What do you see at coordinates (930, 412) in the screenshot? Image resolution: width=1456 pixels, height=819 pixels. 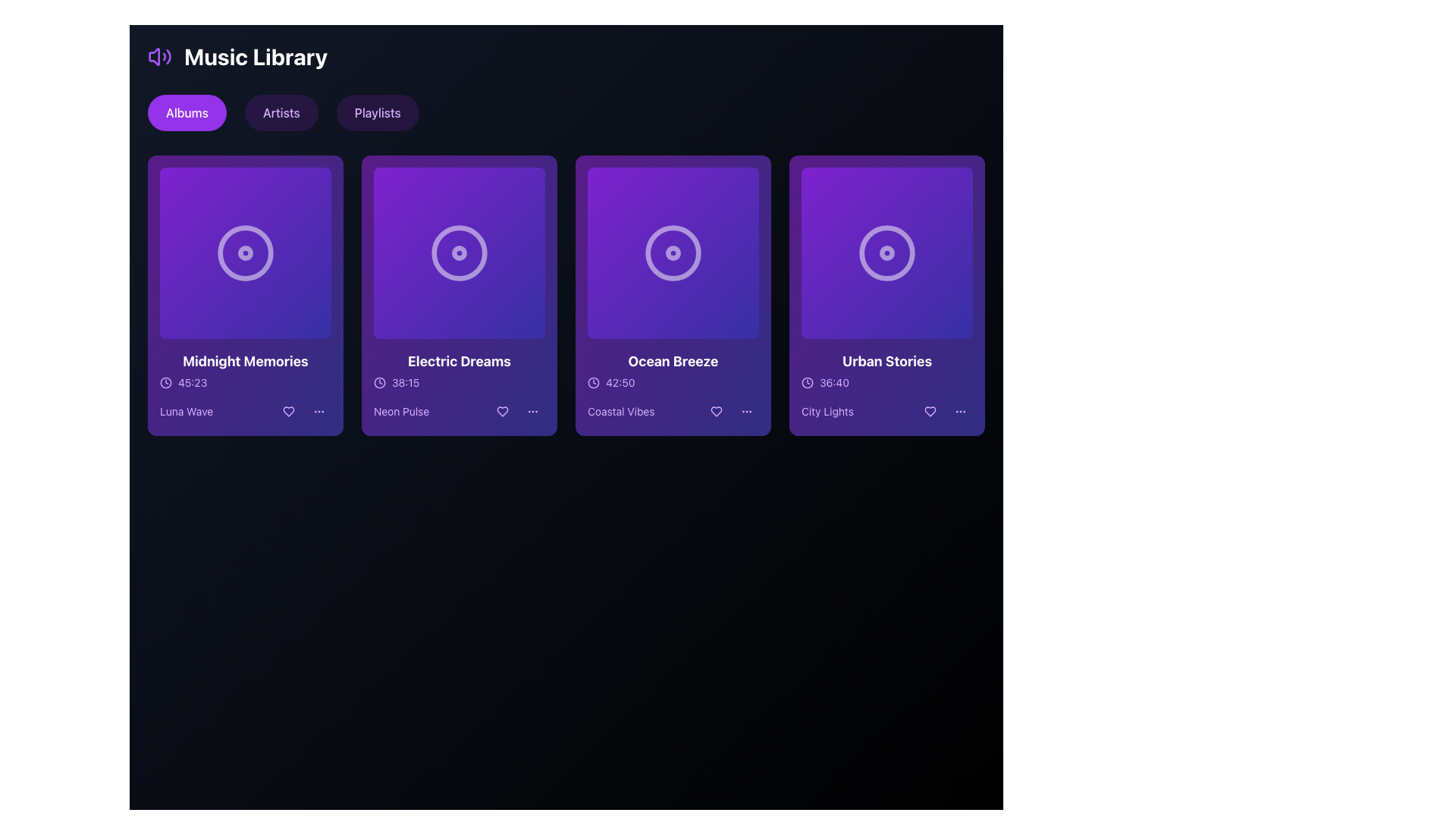 I see `the heart-shaped icon in the bottom-right corner of the 'Urban Stories' card to mark the item as favorite` at bounding box center [930, 412].